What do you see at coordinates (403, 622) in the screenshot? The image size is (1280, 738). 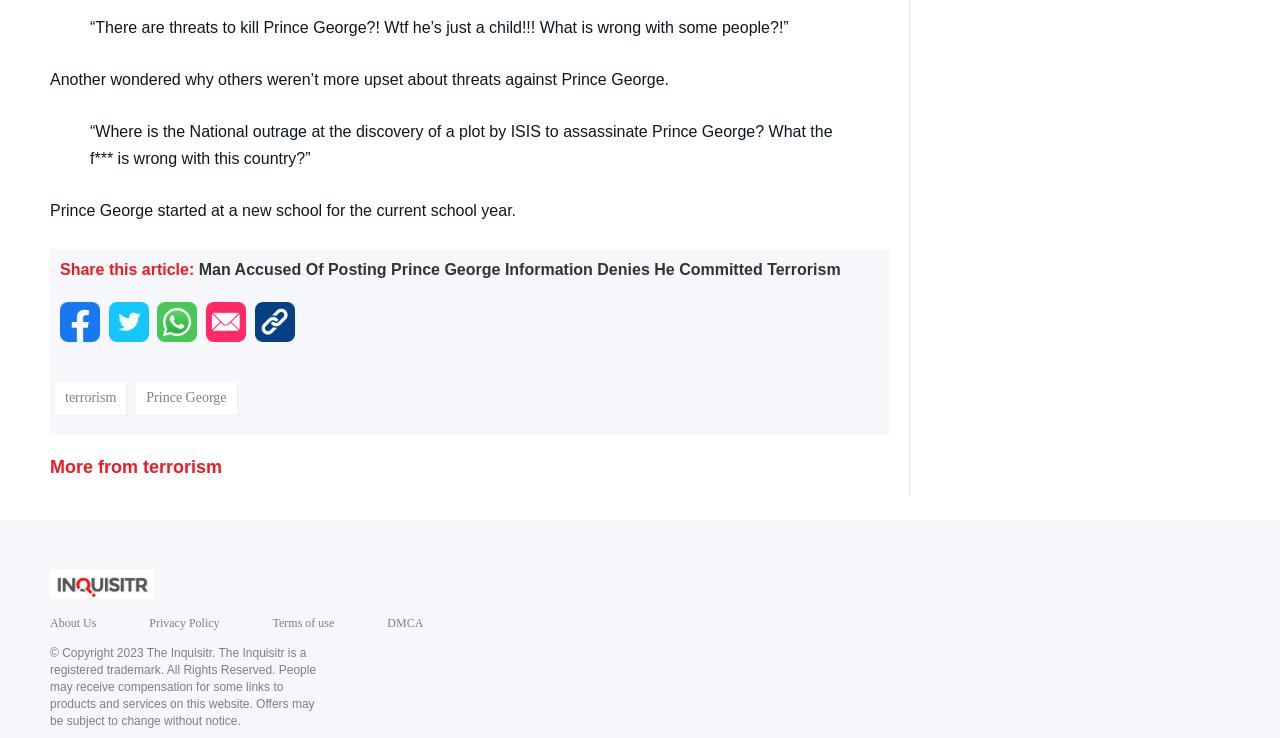 I see `'DMCA'` at bounding box center [403, 622].